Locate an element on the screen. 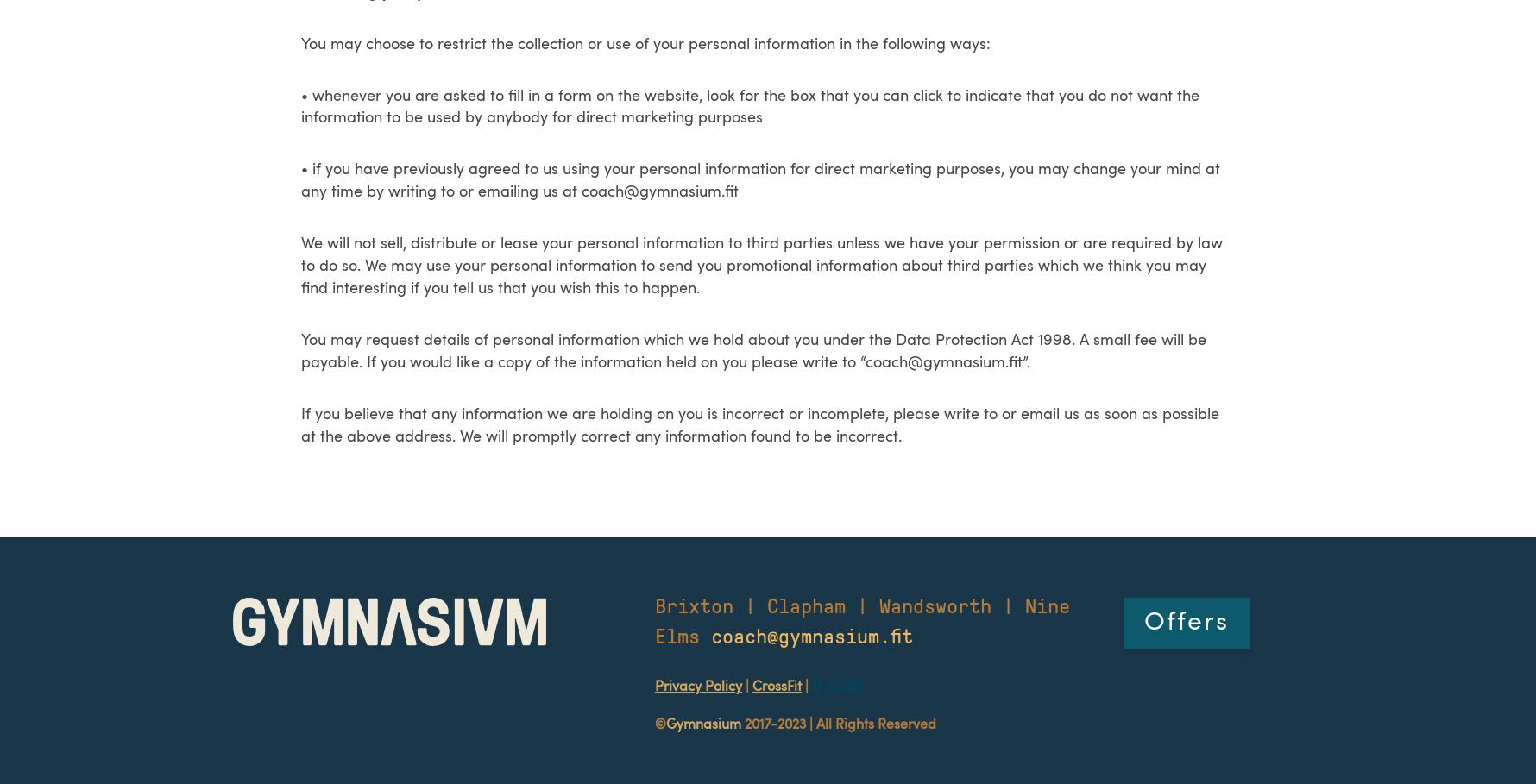  'coach@gymnasium.fit' is located at coordinates (812, 637).